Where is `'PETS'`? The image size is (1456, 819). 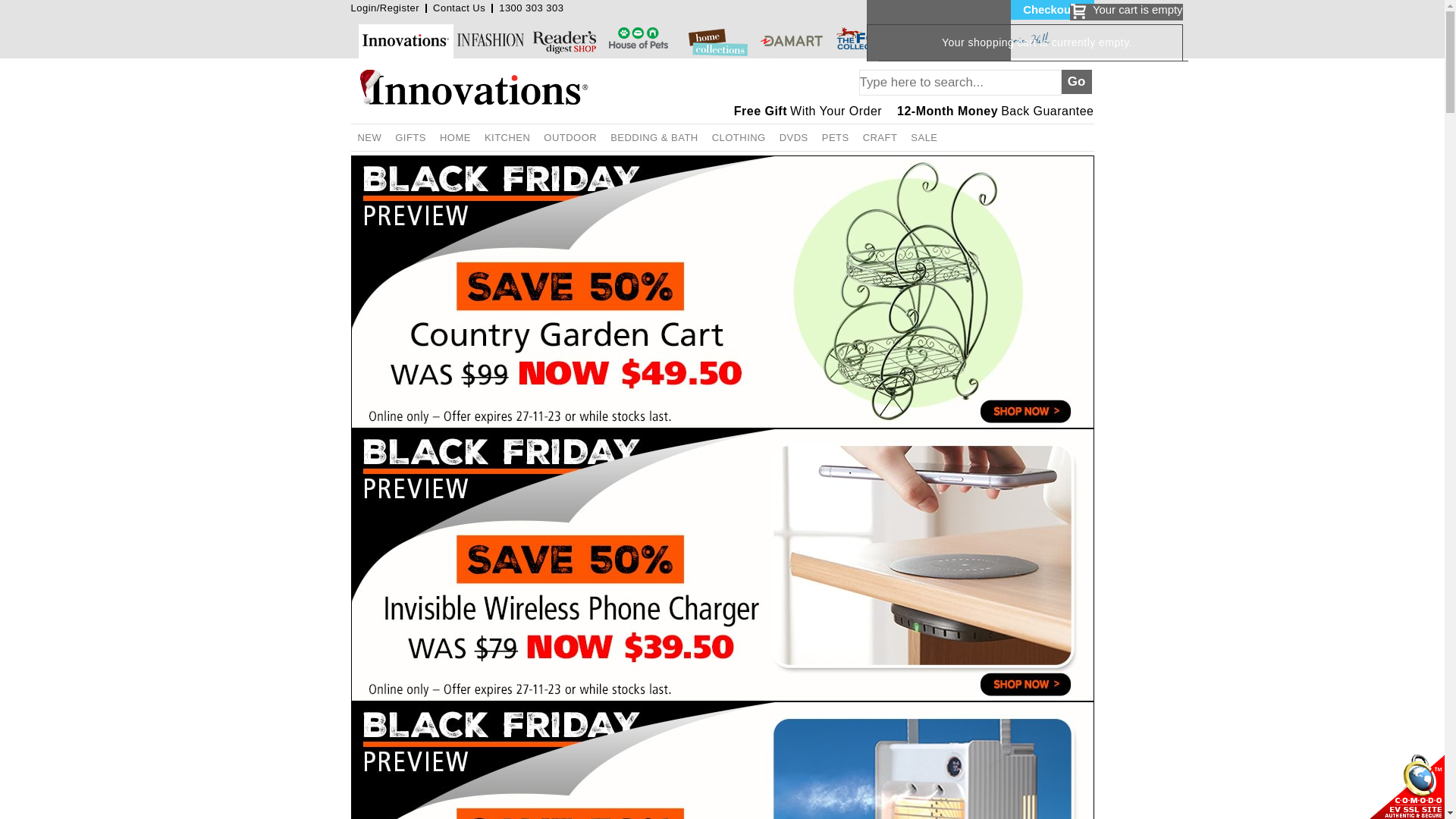
'PETS' is located at coordinates (835, 137).